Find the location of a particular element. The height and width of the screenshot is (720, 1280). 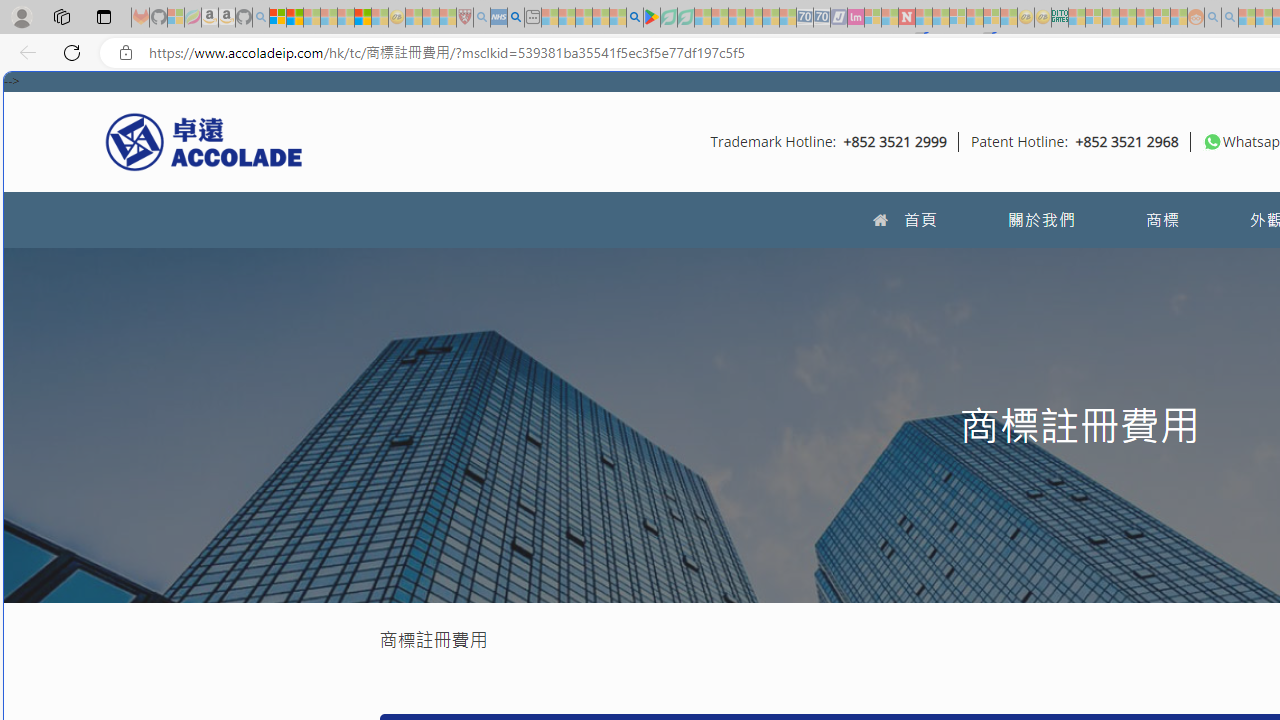

'Microsoft-Report a Concern to Bing - Sleeping' is located at coordinates (176, 17).